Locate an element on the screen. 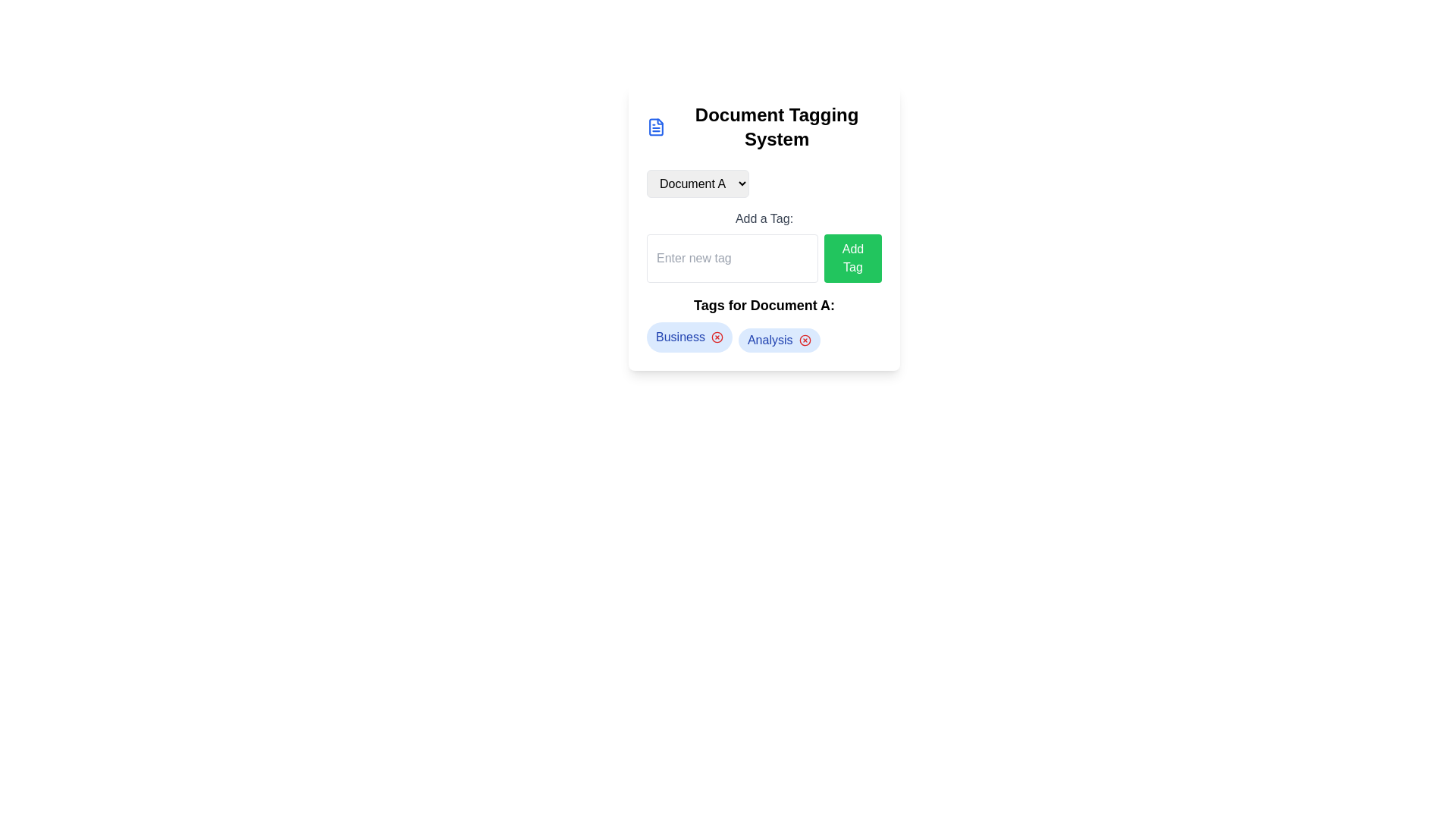 Image resolution: width=1456 pixels, height=819 pixels. the 'Document Tagging System' text heading for accessibility tools is located at coordinates (764, 127).